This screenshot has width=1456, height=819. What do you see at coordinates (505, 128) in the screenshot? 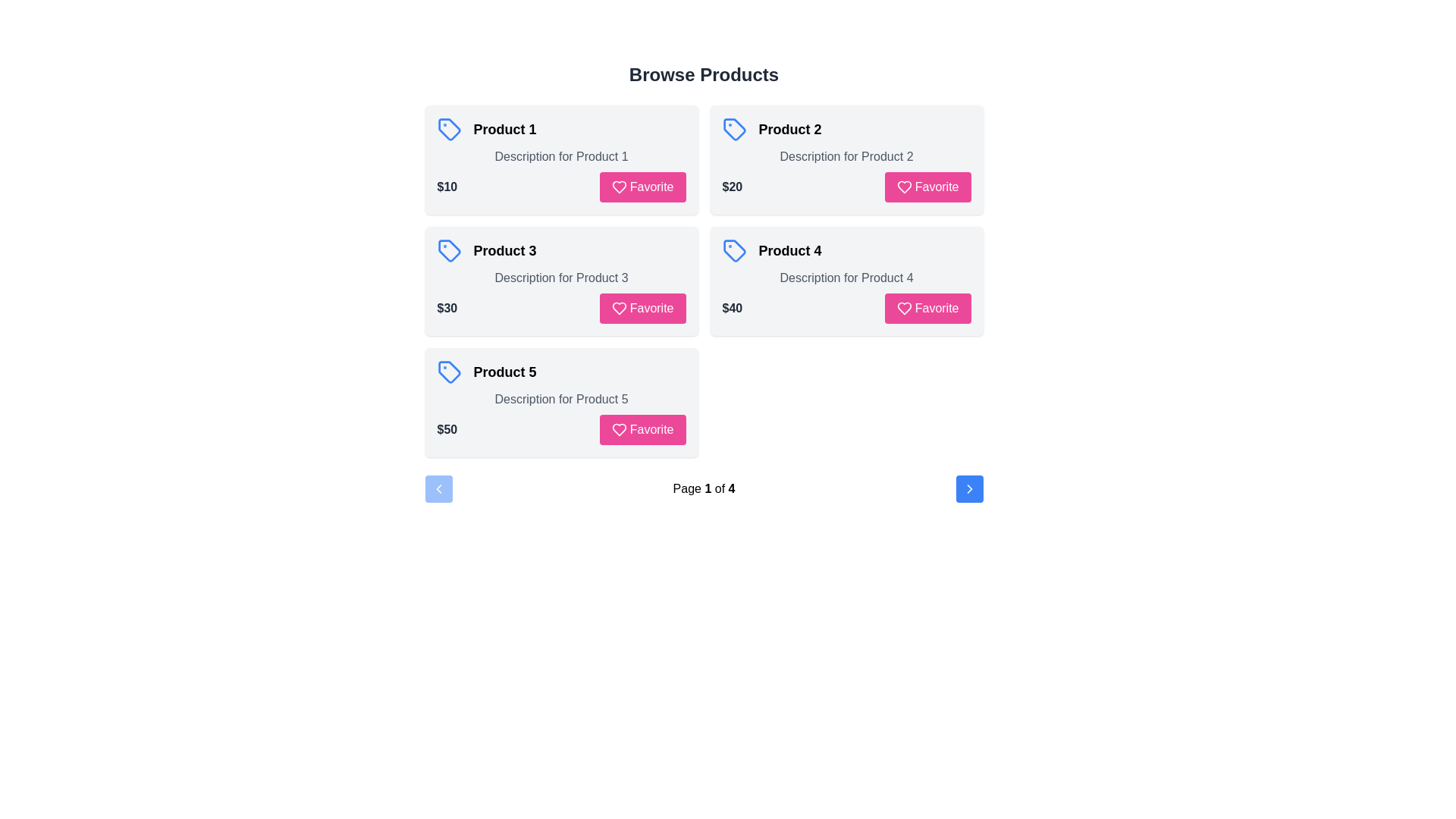
I see `text displayed in the 'Product 1' text label, which is styled in bold and larger font size, located at the top left corner of the first product card` at bounding box center [505, 128].